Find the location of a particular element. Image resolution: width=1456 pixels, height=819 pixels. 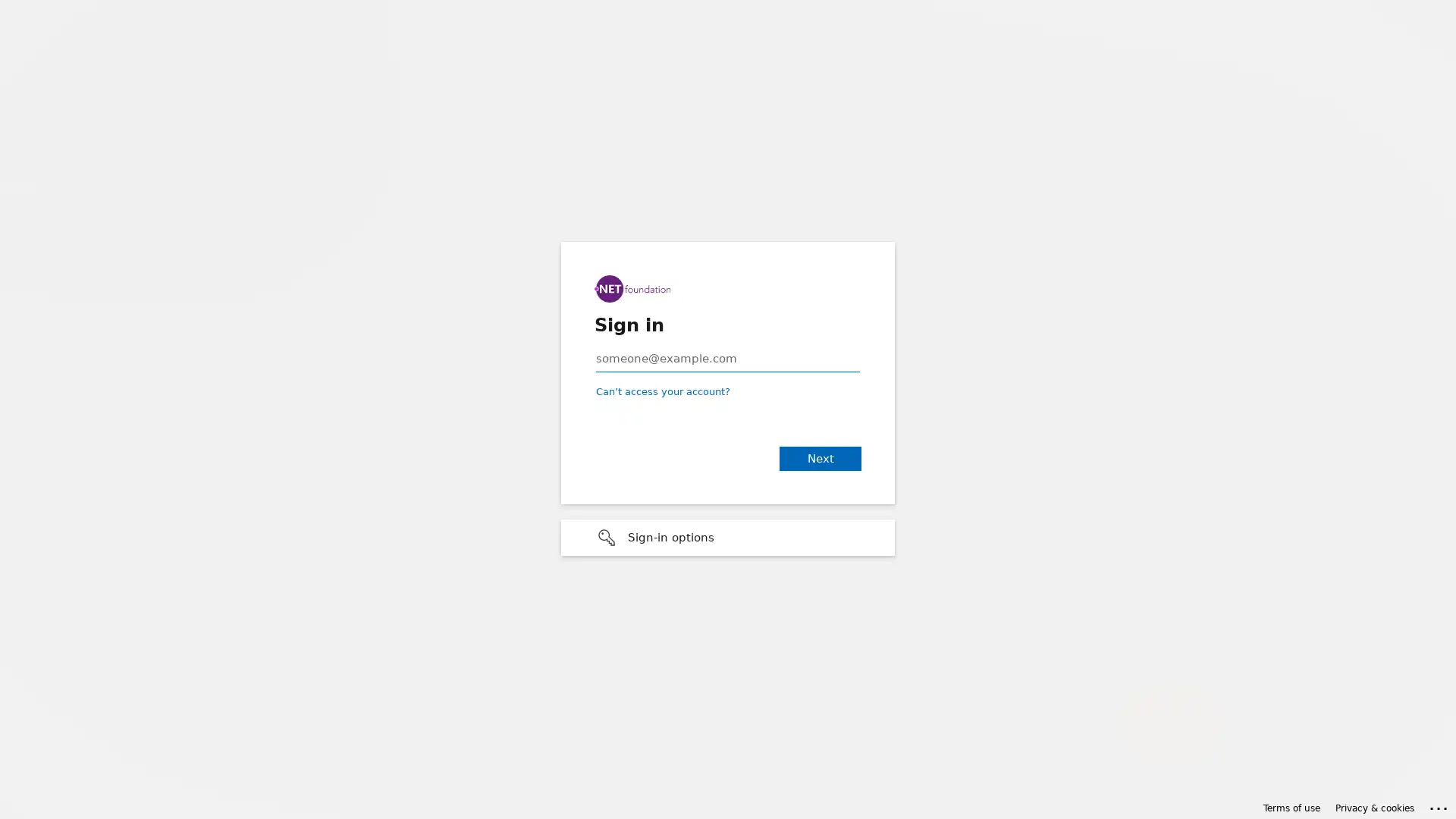

Click here for troubleshooting information is located at coordinates (1439, 805).